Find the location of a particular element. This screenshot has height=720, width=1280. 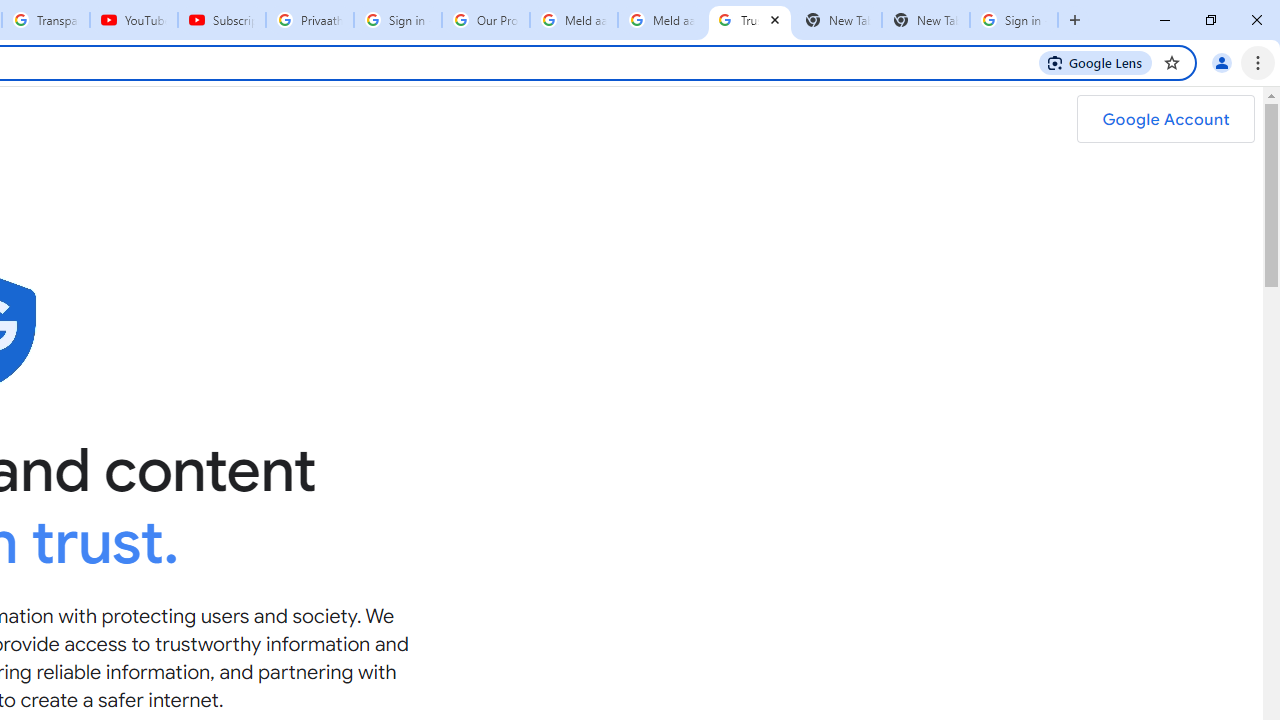

'Close' is located at coordinates (774, 19).